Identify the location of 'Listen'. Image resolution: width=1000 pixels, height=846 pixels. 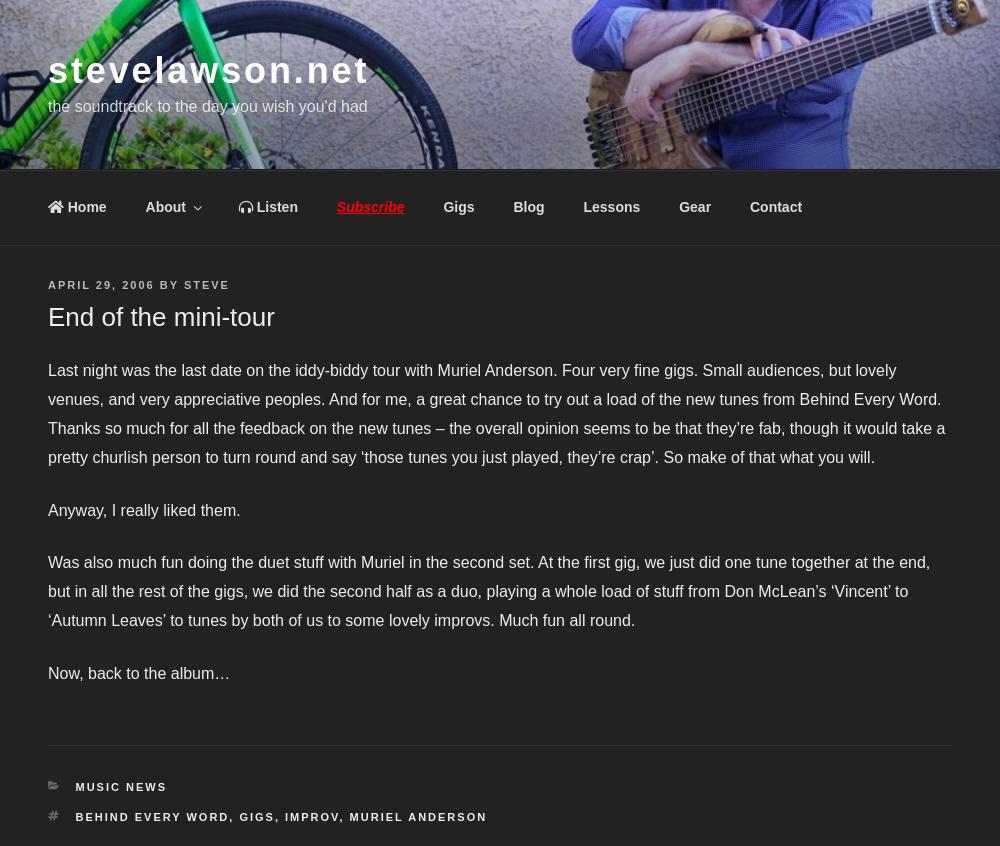
(274, 206).